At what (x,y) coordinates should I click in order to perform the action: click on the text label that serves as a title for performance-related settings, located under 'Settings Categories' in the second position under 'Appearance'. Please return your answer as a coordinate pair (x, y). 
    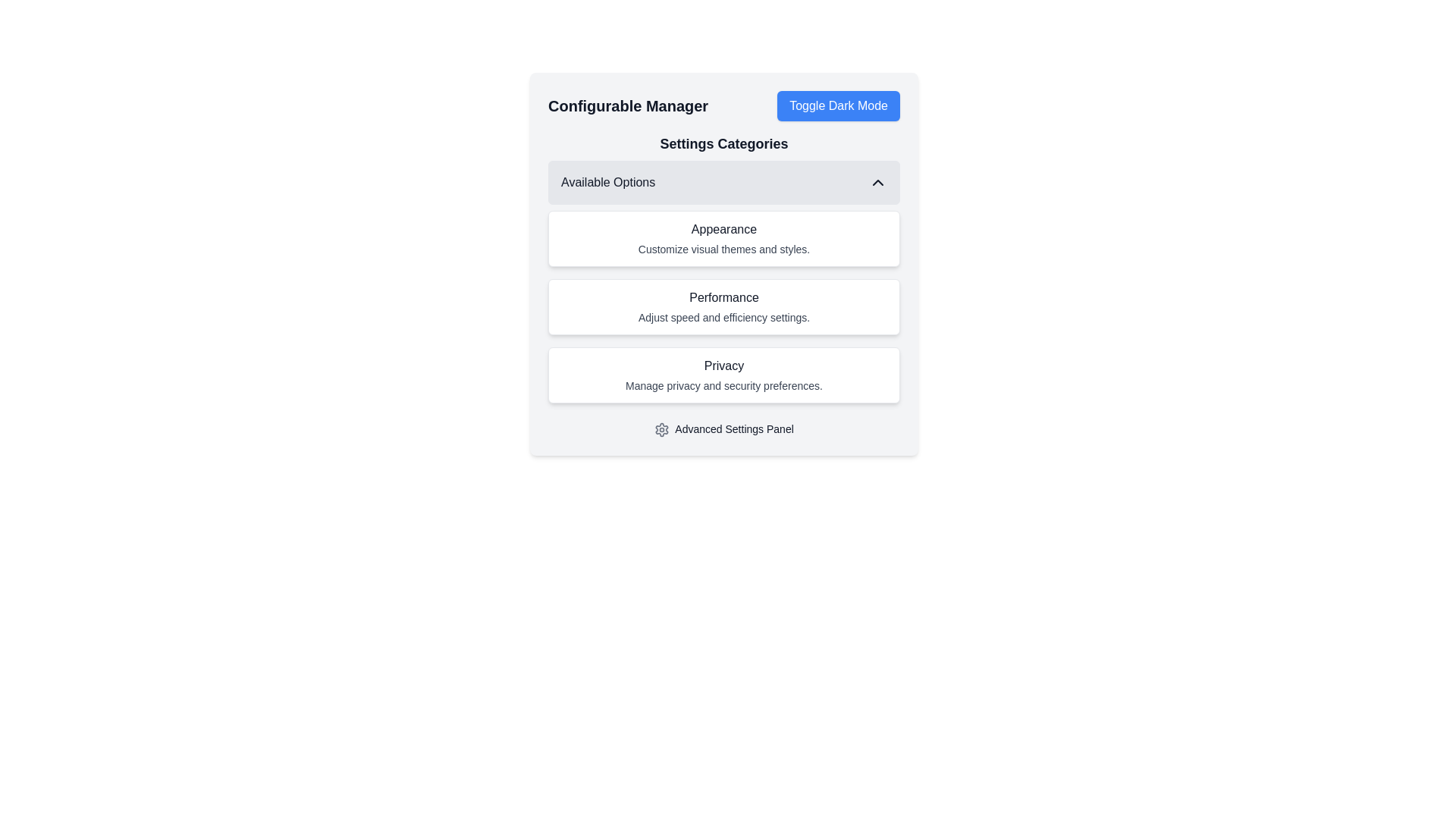
    Looking at the image, I should click on (723, 298).